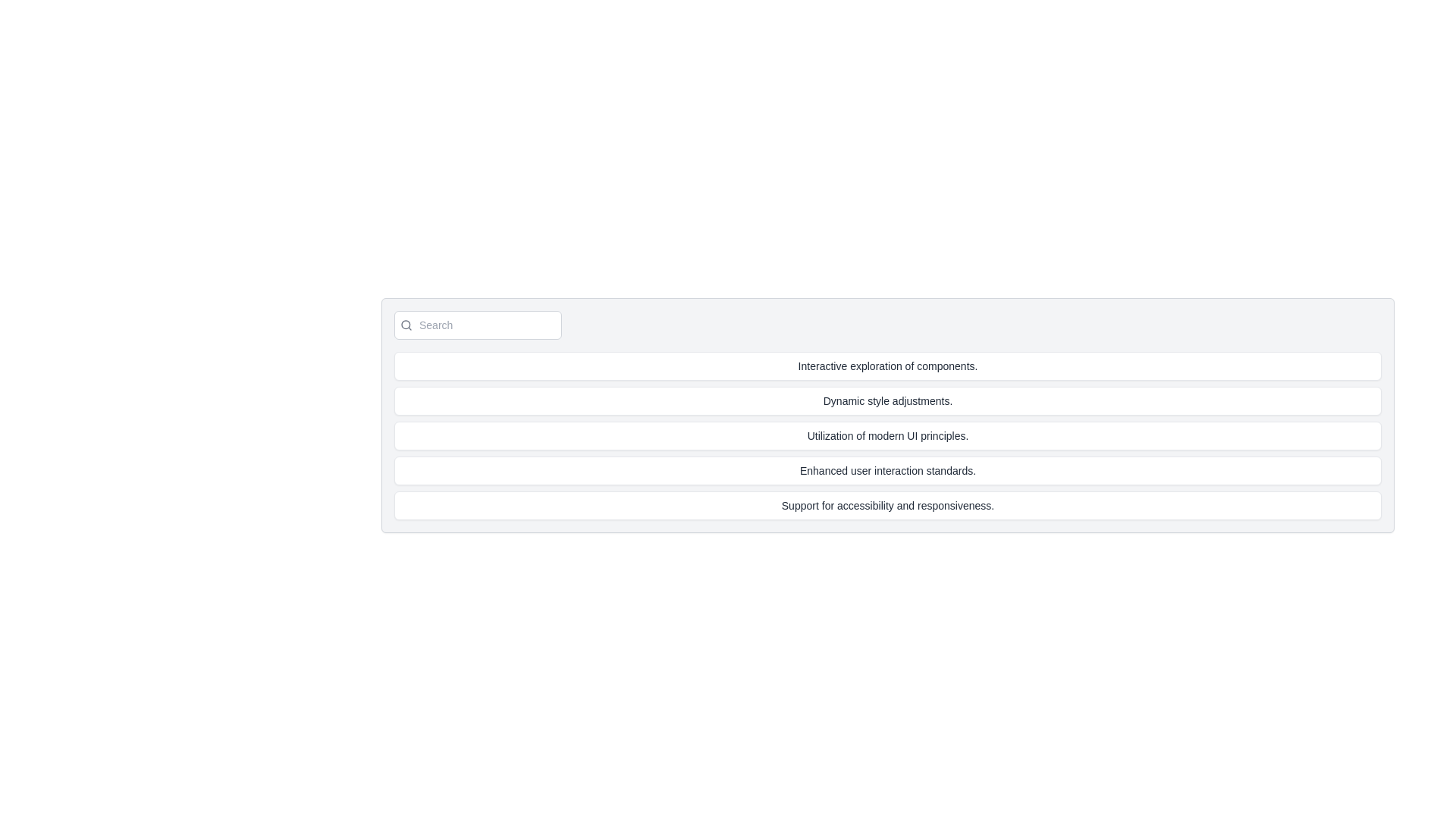 This screenshot has height=819, width=1456. What do you see at coordinates (827, 366) in the screenshot?
I see `the 12th character of the word 'Interactive' in the text 'Interactive exploration of components.' located in the first row of a vertically stacked list of text entries` at bounding box center [827, 366].